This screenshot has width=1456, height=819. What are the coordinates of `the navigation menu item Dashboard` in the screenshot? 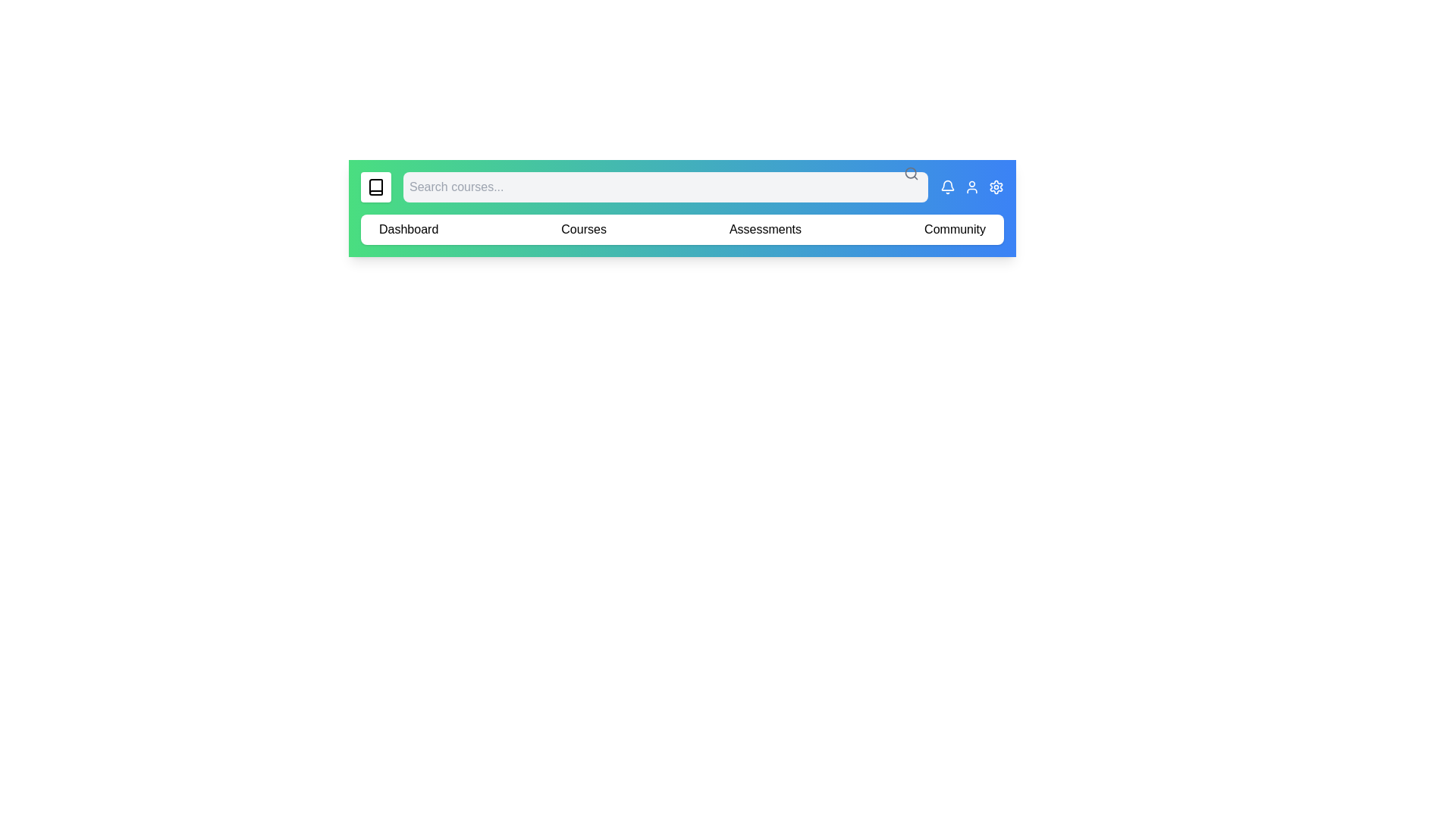 It's located at (408, 230).